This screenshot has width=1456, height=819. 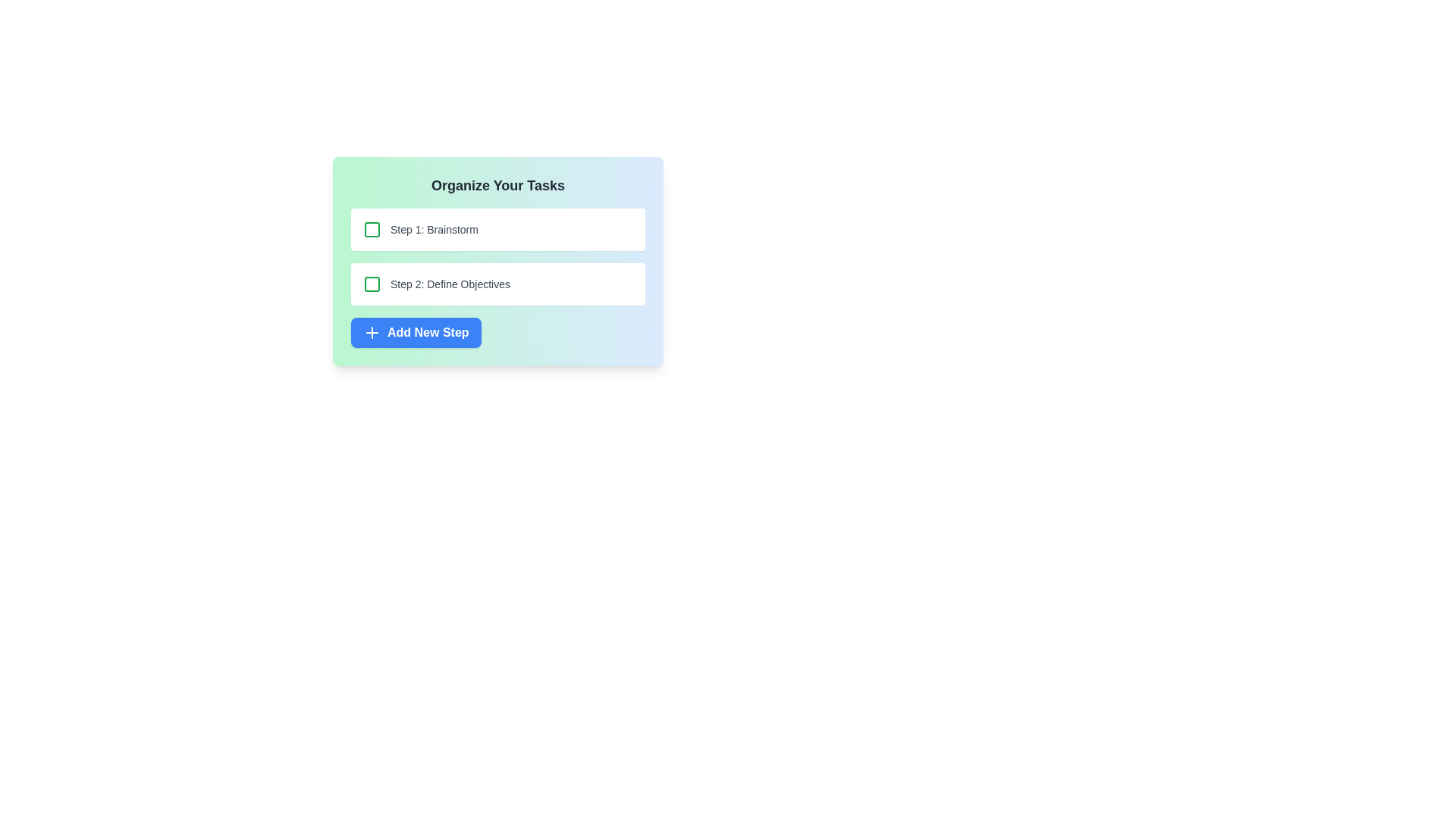 I want to click on the checkbox located in the first row of the task list, positioned to the left of the text 'Step 1: Brainstorm', so click(x=372, y=230).